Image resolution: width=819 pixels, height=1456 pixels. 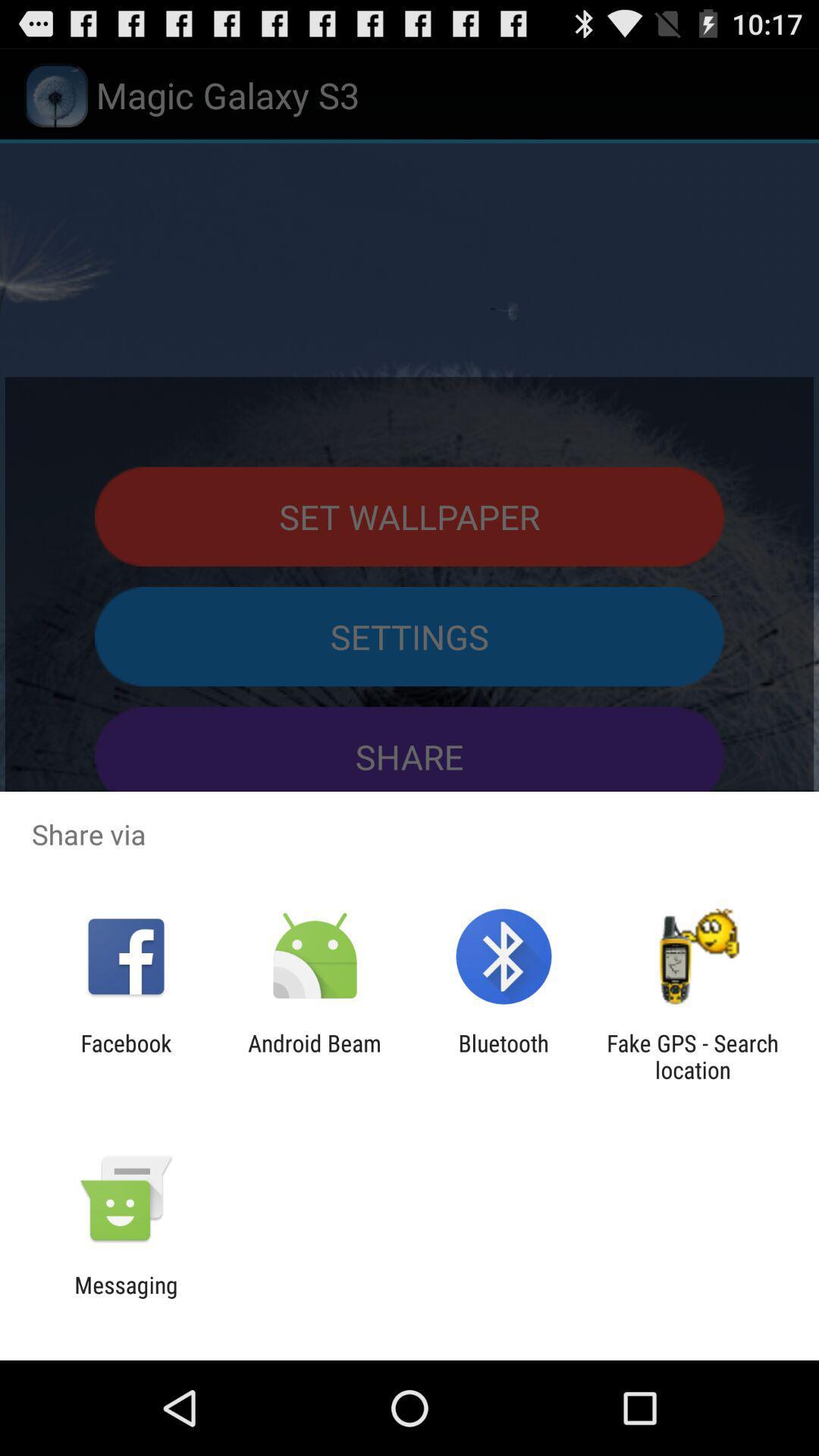 What do you see at coordinates (314, 1056) in the screenshot?
I see `app next to the bluetooth app` at bounding box center [314, 1056].